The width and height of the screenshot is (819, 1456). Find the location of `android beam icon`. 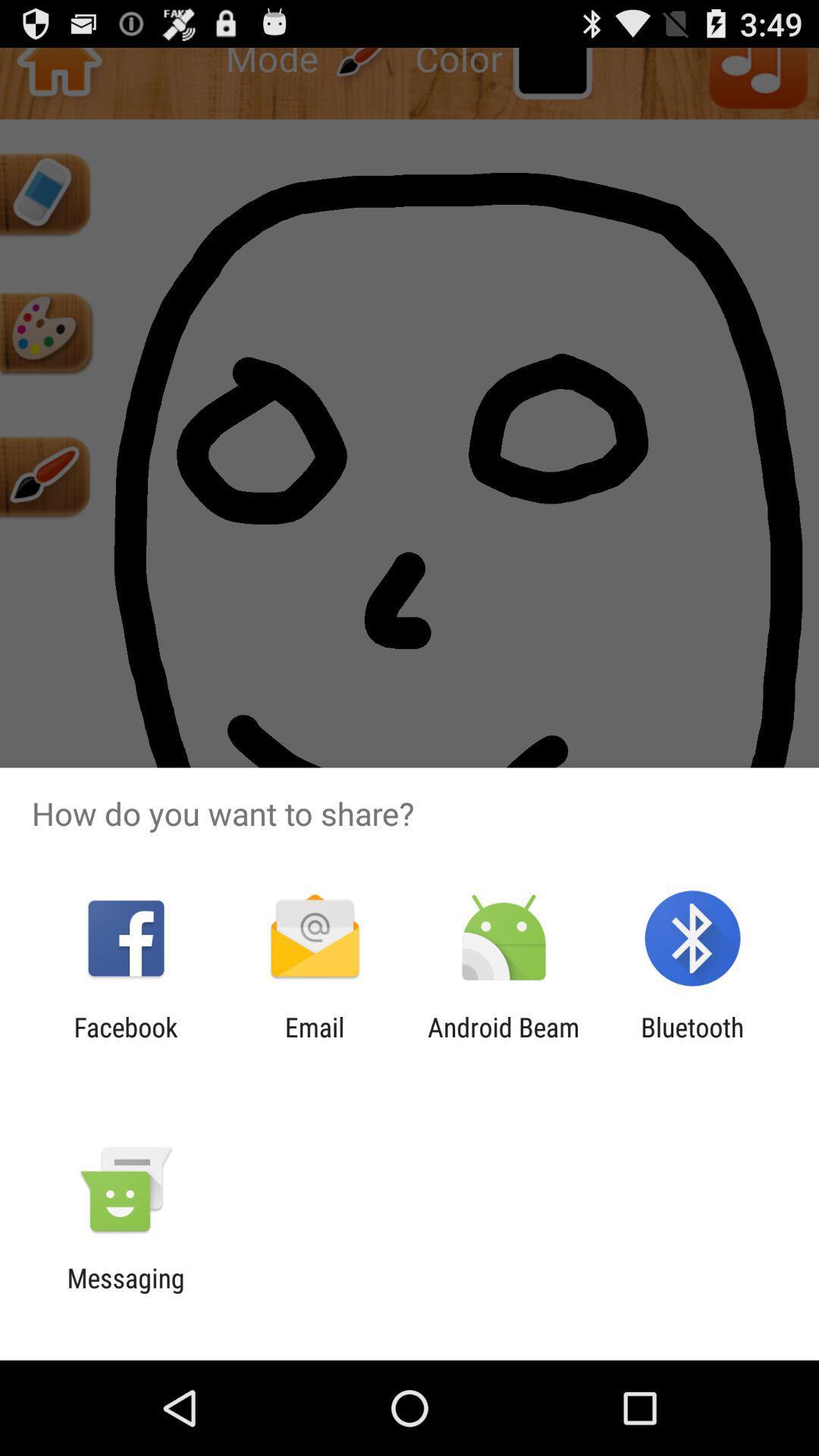

android beam icon is located at coordinates (504, 1042).